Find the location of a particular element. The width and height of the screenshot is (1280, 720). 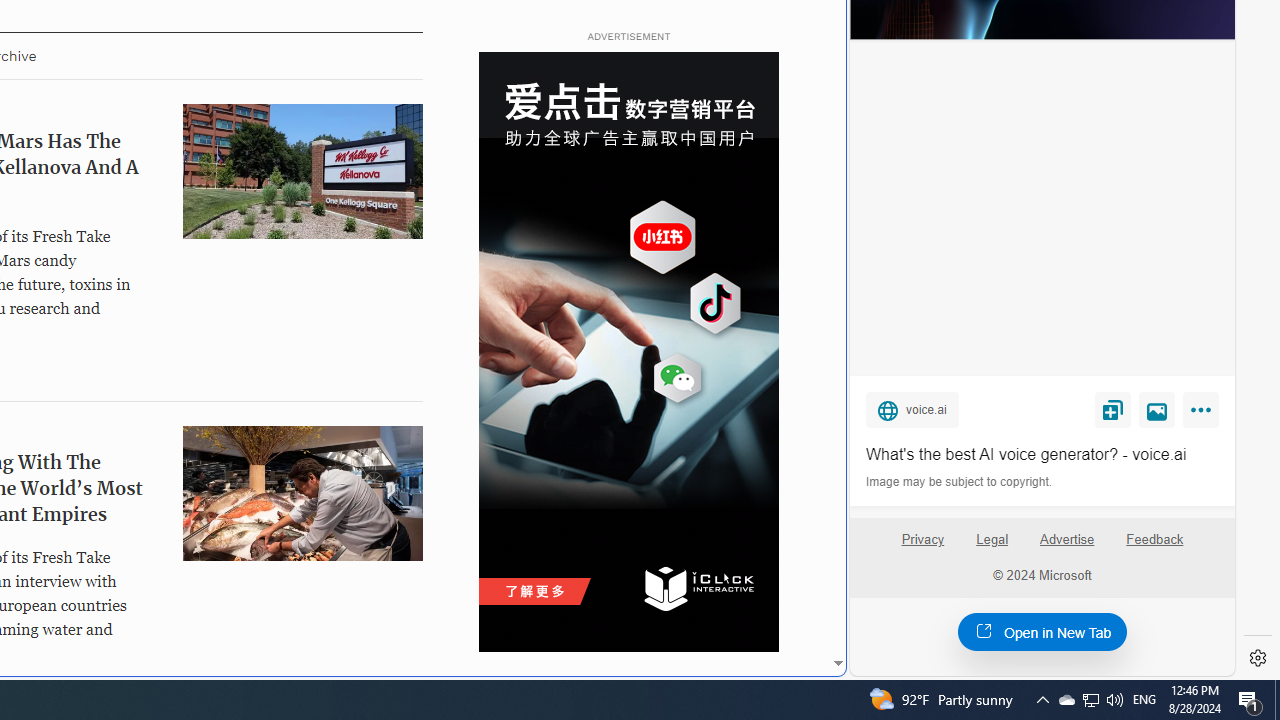

'Legal' is located at coordinates (992, 547).